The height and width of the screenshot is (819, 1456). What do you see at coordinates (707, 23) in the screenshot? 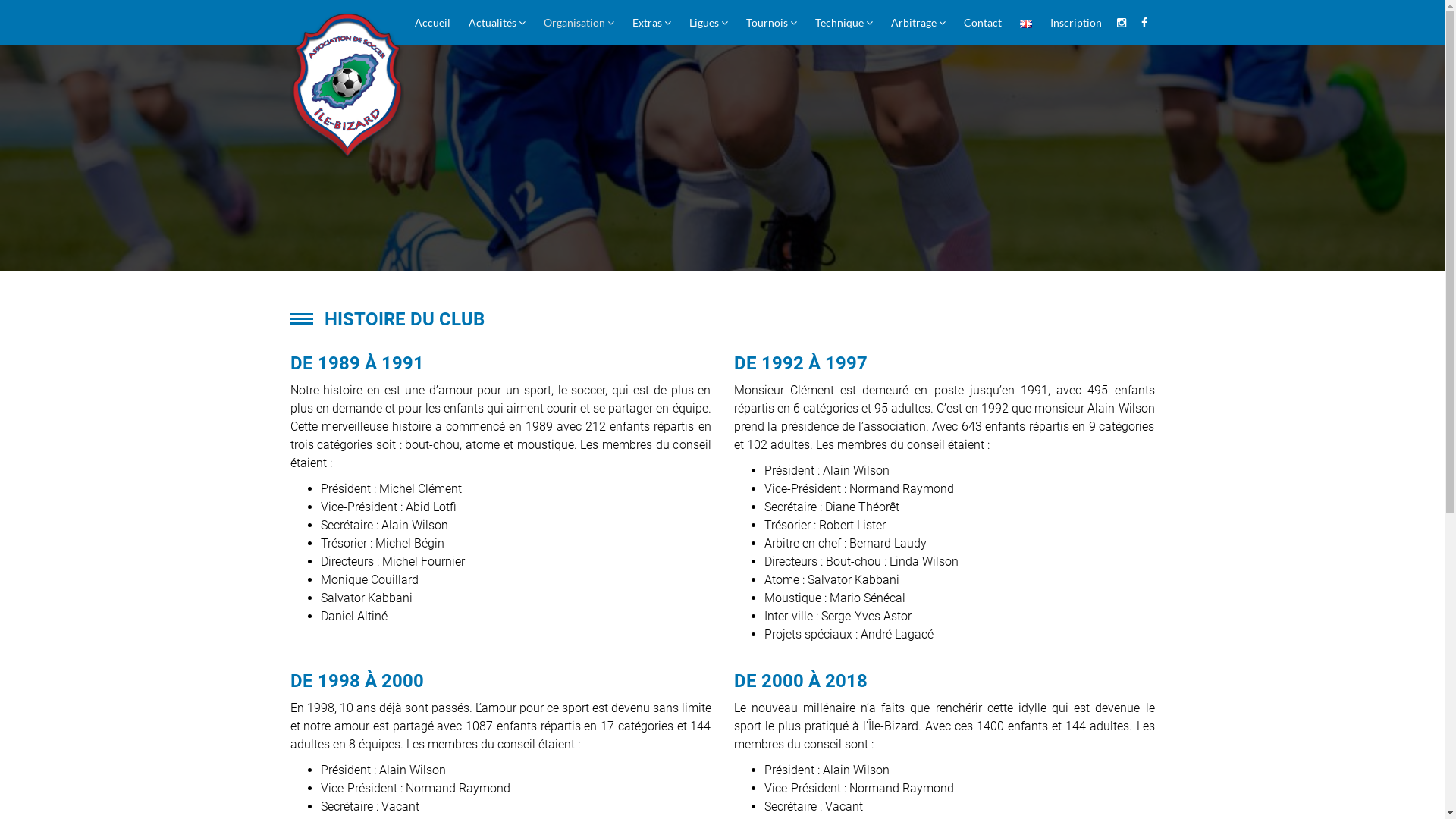
I see `'Ligues'` at bounding box center [707, 23].